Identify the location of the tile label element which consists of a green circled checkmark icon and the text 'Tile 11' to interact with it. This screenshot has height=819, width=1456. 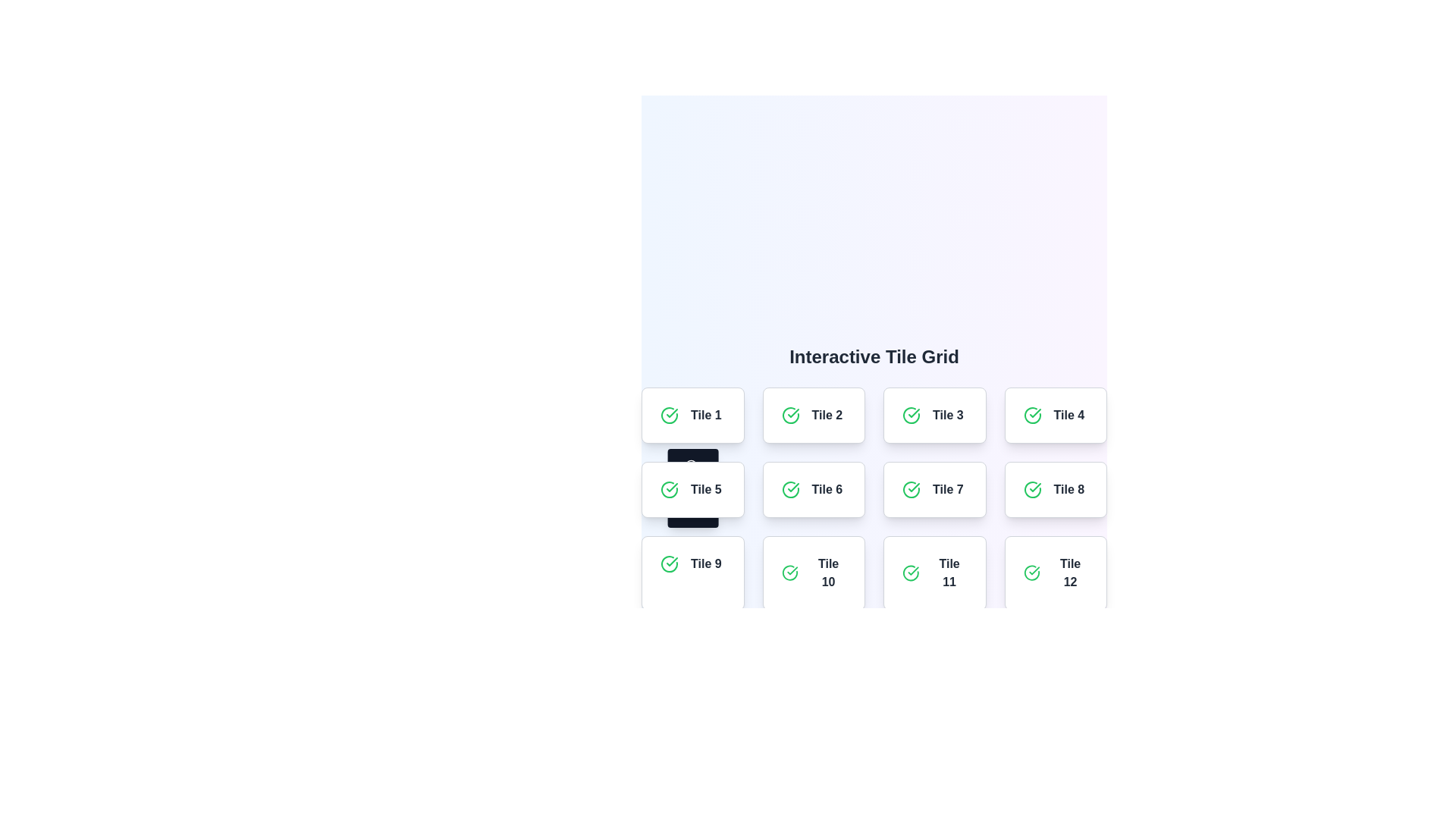
(934, 573).